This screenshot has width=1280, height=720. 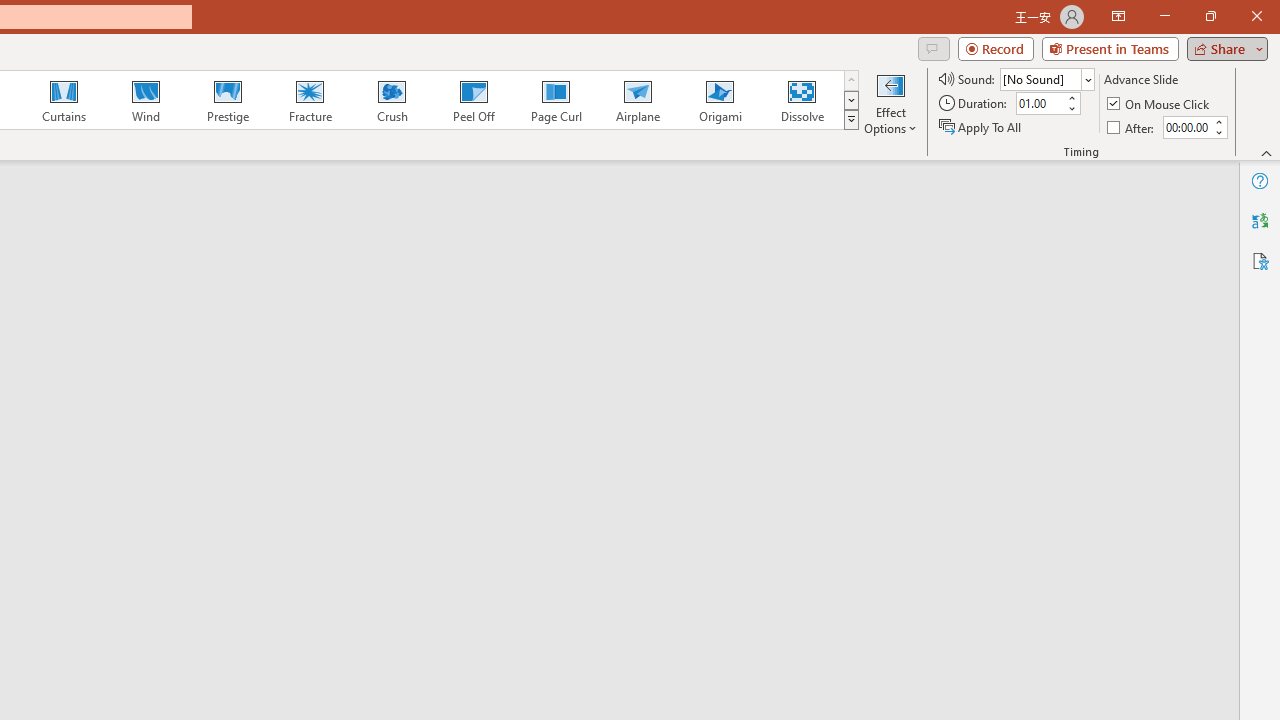 I want to click on 'Crush', so click(x=391, y=100).